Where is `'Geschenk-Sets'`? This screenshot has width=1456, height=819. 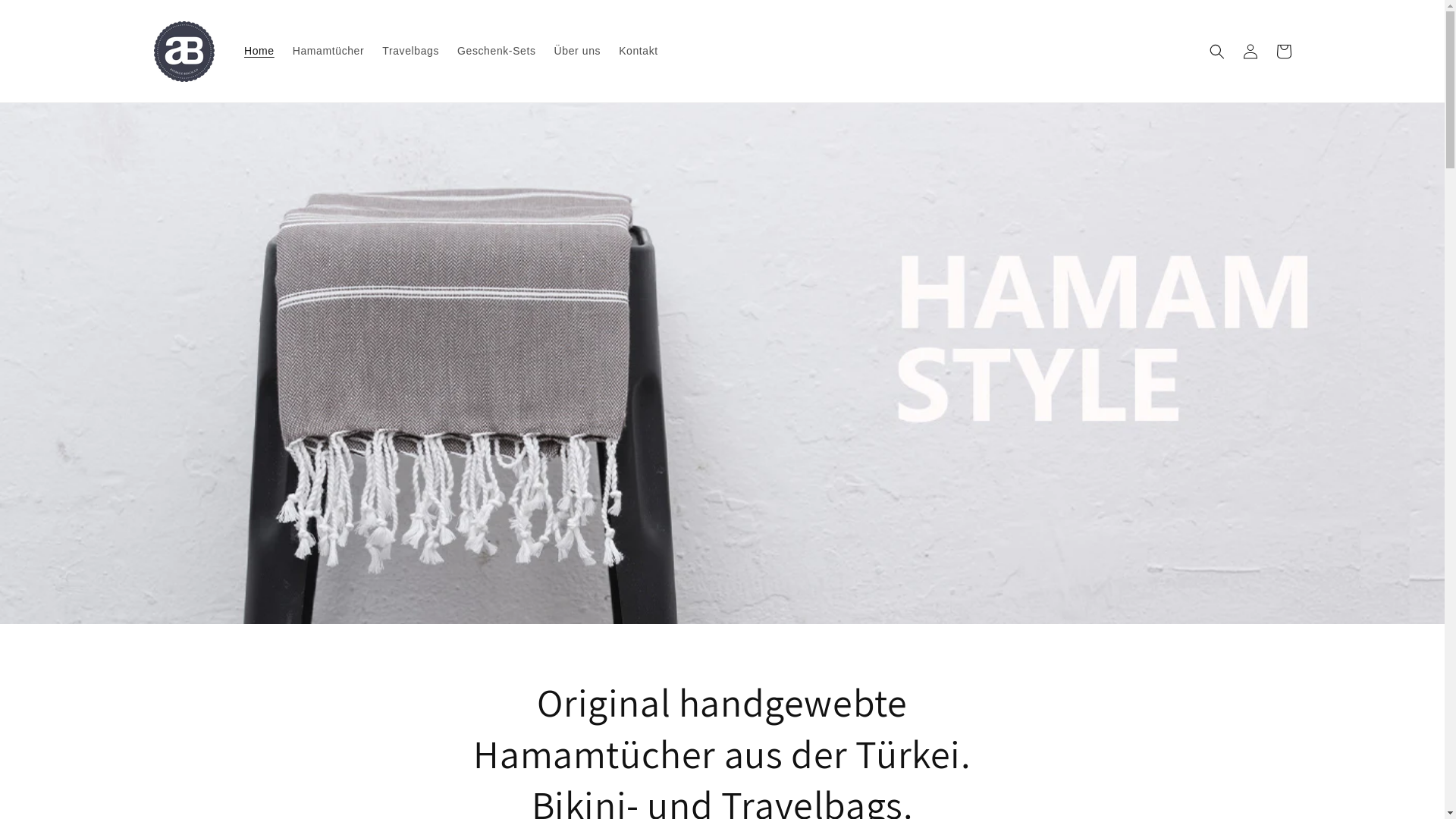 'Geschenk-Sets' is located at coordinates (496, 49).